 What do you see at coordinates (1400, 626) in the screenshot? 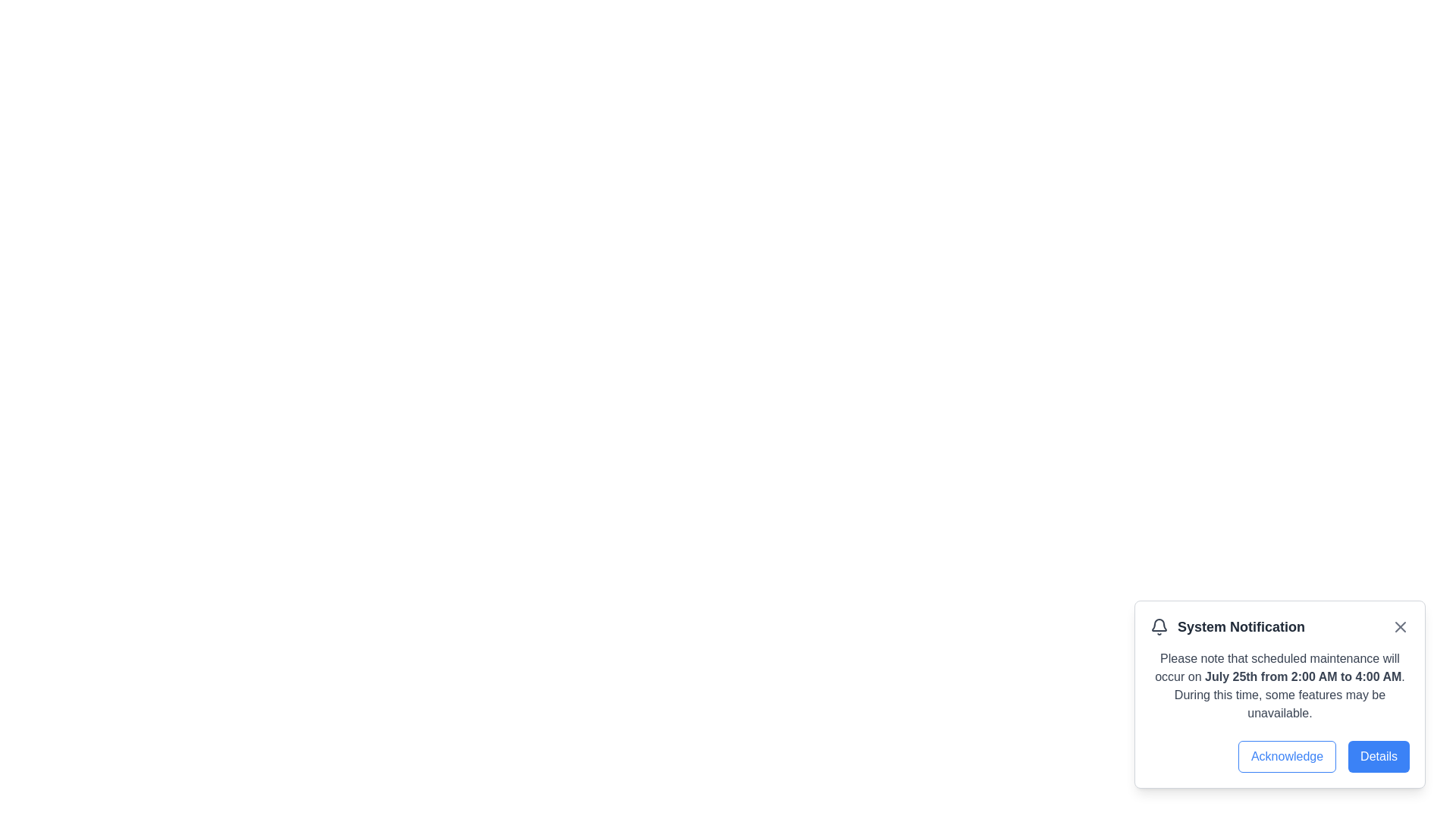
I see `the close button located at the top right corner of the notification modal to change its color` at bounding box center [1400, 626].